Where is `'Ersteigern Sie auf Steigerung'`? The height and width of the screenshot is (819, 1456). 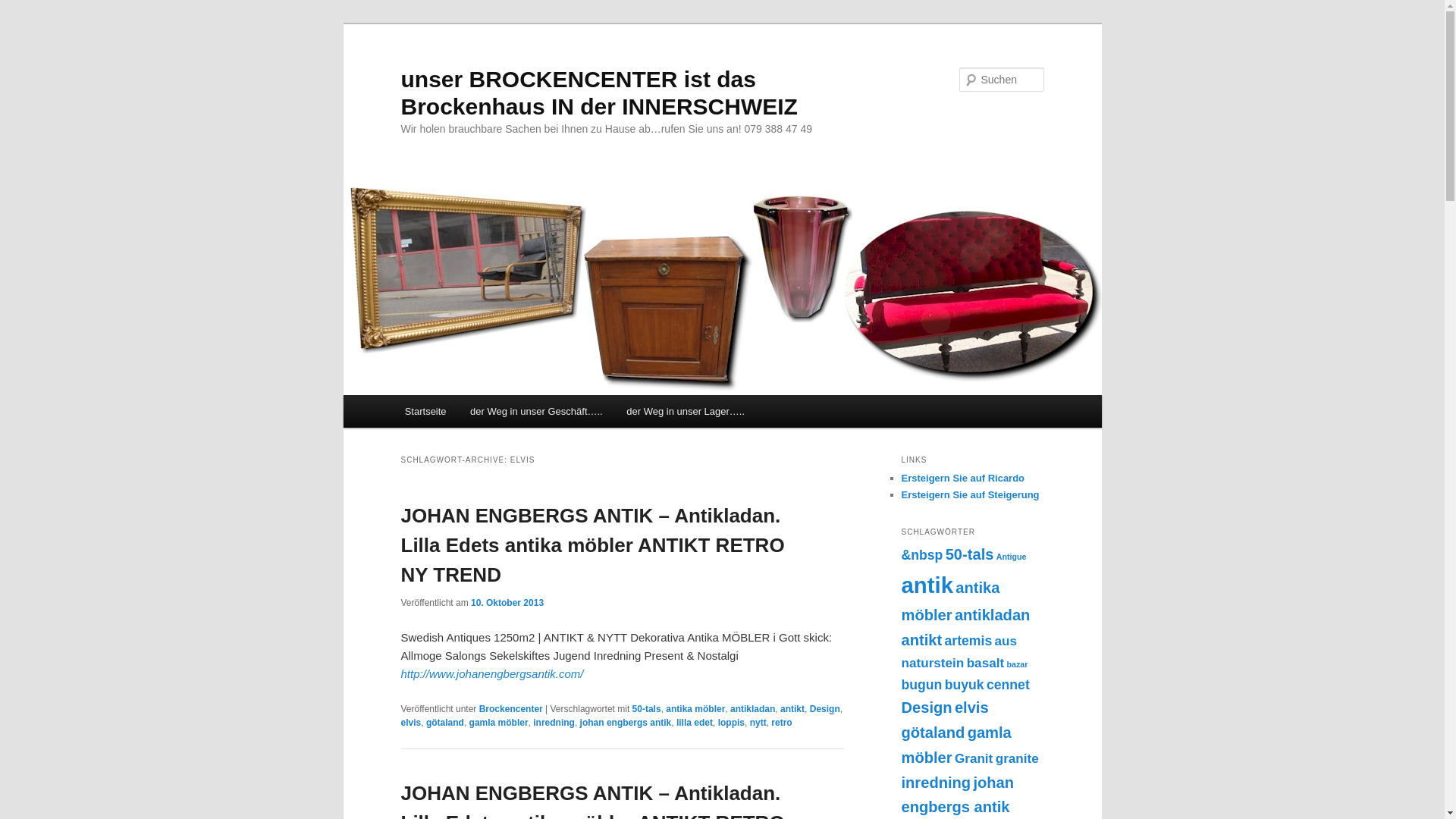
'Ersteigern Sie auf Steigerung' is located at coordinates (968, 494).